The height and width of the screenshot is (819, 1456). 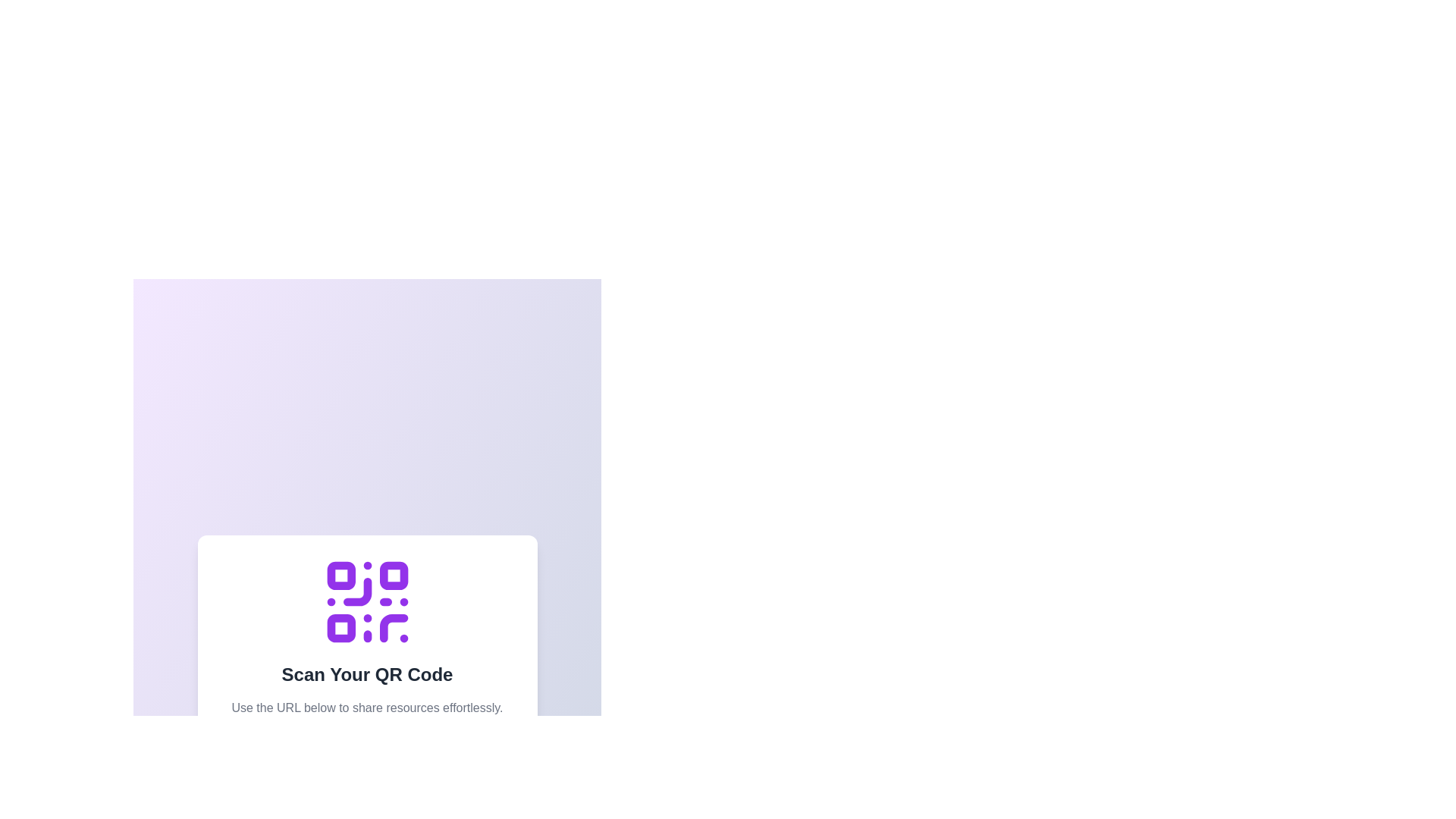 I want to click on the SVG rectangle located in the top-left region of the QR code, so click(x=340, y=576).